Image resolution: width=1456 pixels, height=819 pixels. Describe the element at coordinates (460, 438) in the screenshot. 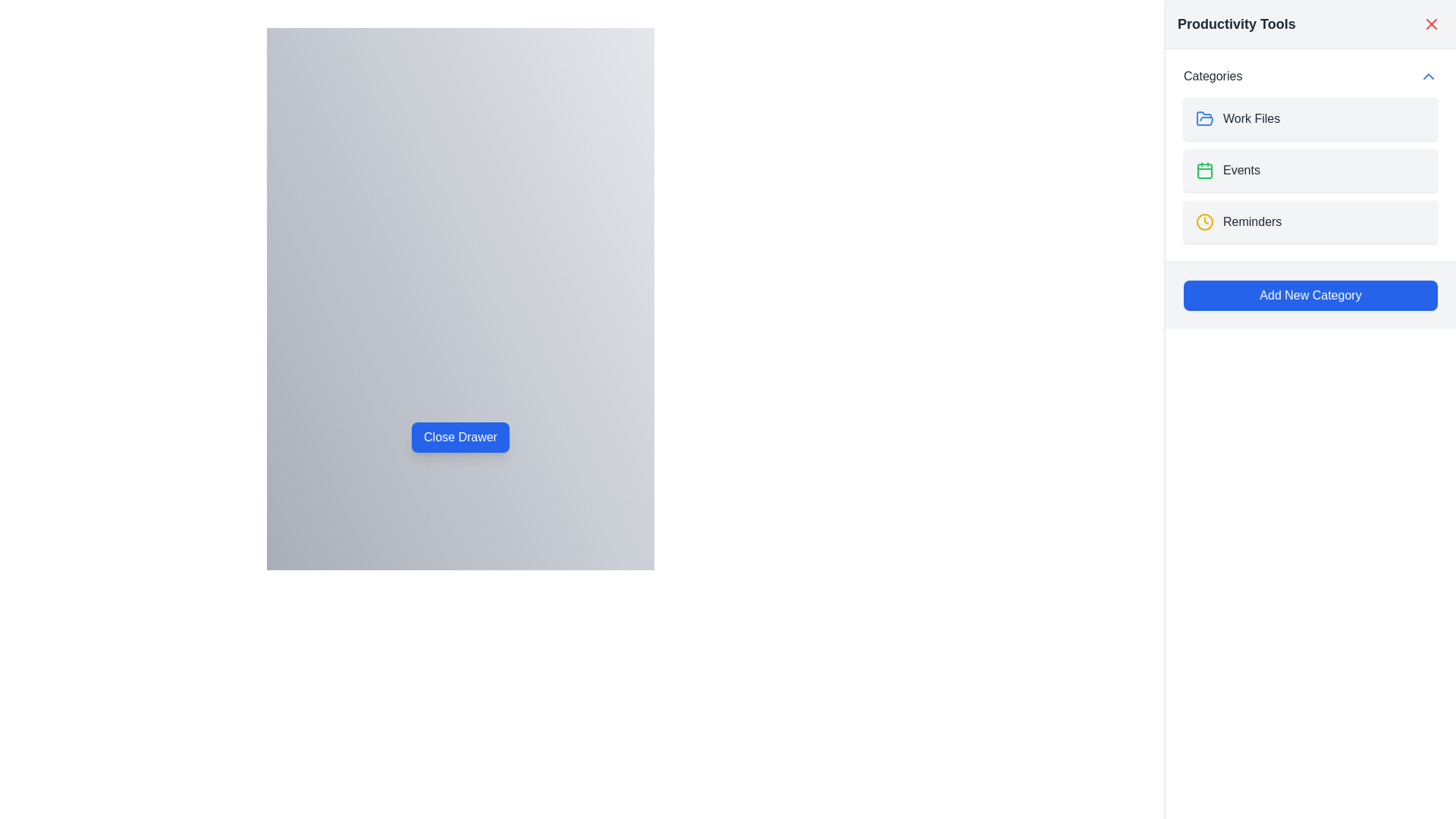

I see `the 'Close Drawer' button with a blue background and white text to observe the hover-state effect` at that location.